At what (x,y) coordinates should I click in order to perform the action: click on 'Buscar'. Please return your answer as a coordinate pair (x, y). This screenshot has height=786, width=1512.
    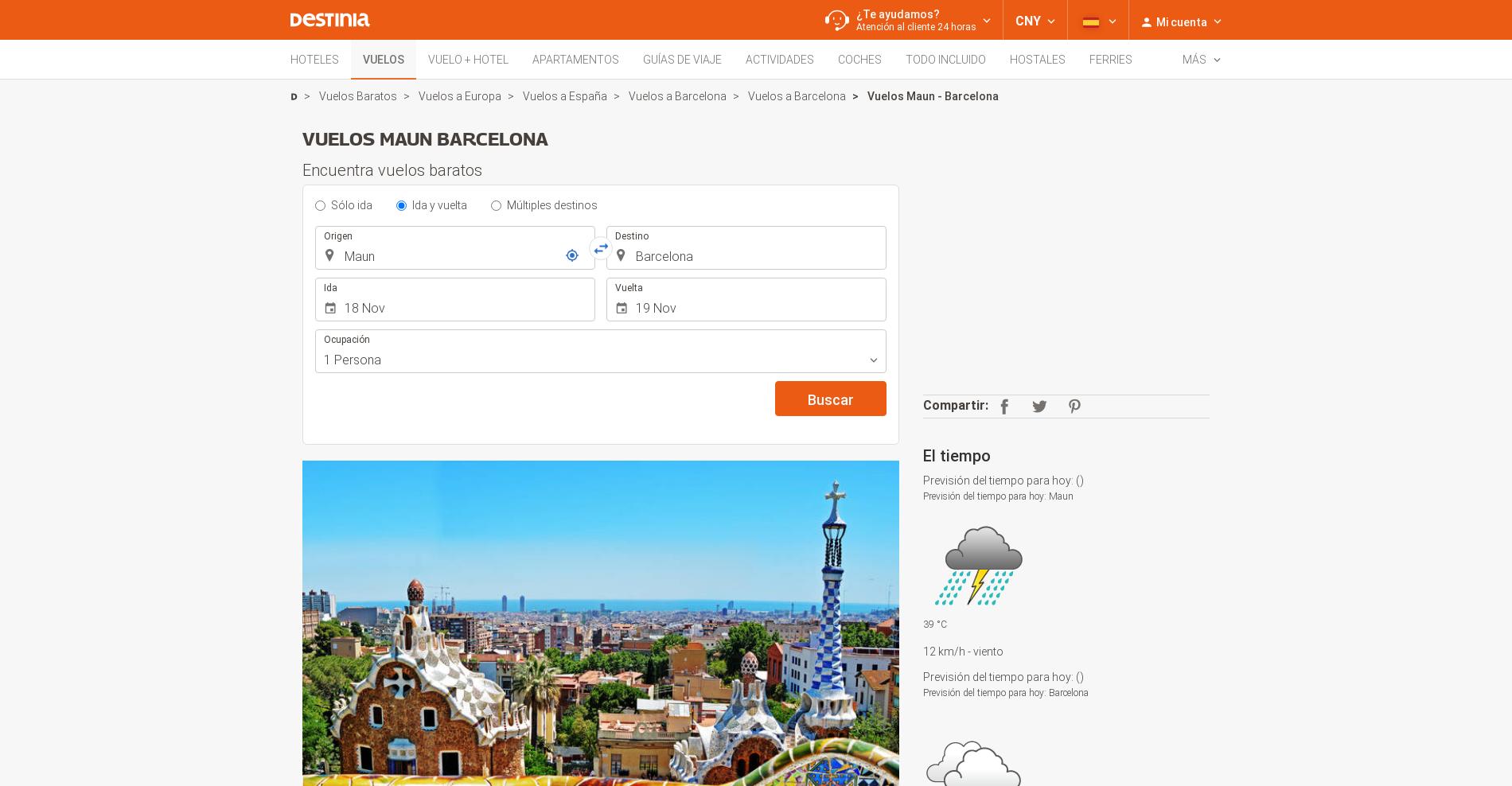
    Looking at the image, I should click on (831, 399).